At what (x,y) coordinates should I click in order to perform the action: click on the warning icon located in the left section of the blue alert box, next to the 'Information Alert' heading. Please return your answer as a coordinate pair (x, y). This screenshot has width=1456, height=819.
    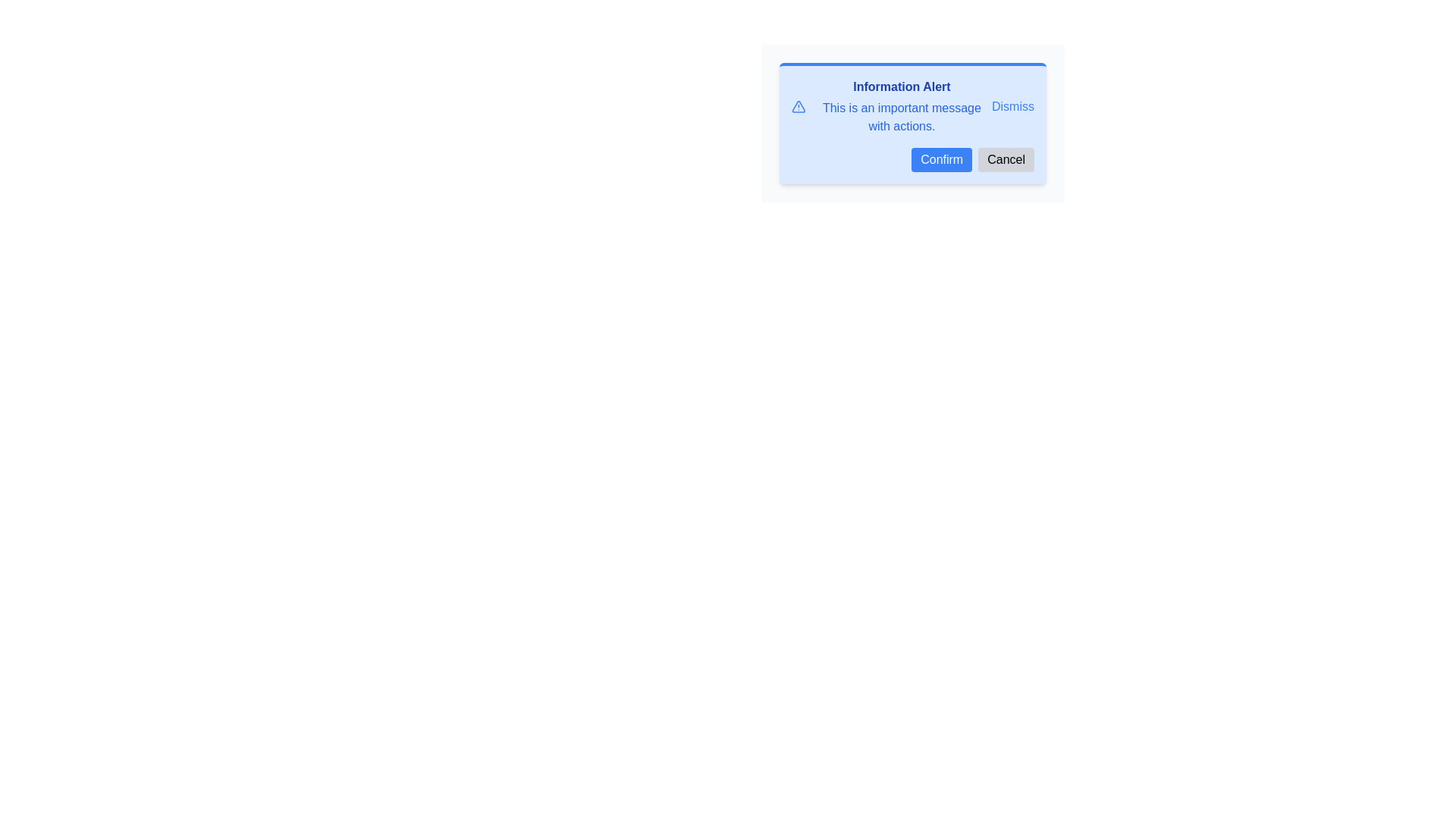
    Looking at the image, I should click on (798, 105).